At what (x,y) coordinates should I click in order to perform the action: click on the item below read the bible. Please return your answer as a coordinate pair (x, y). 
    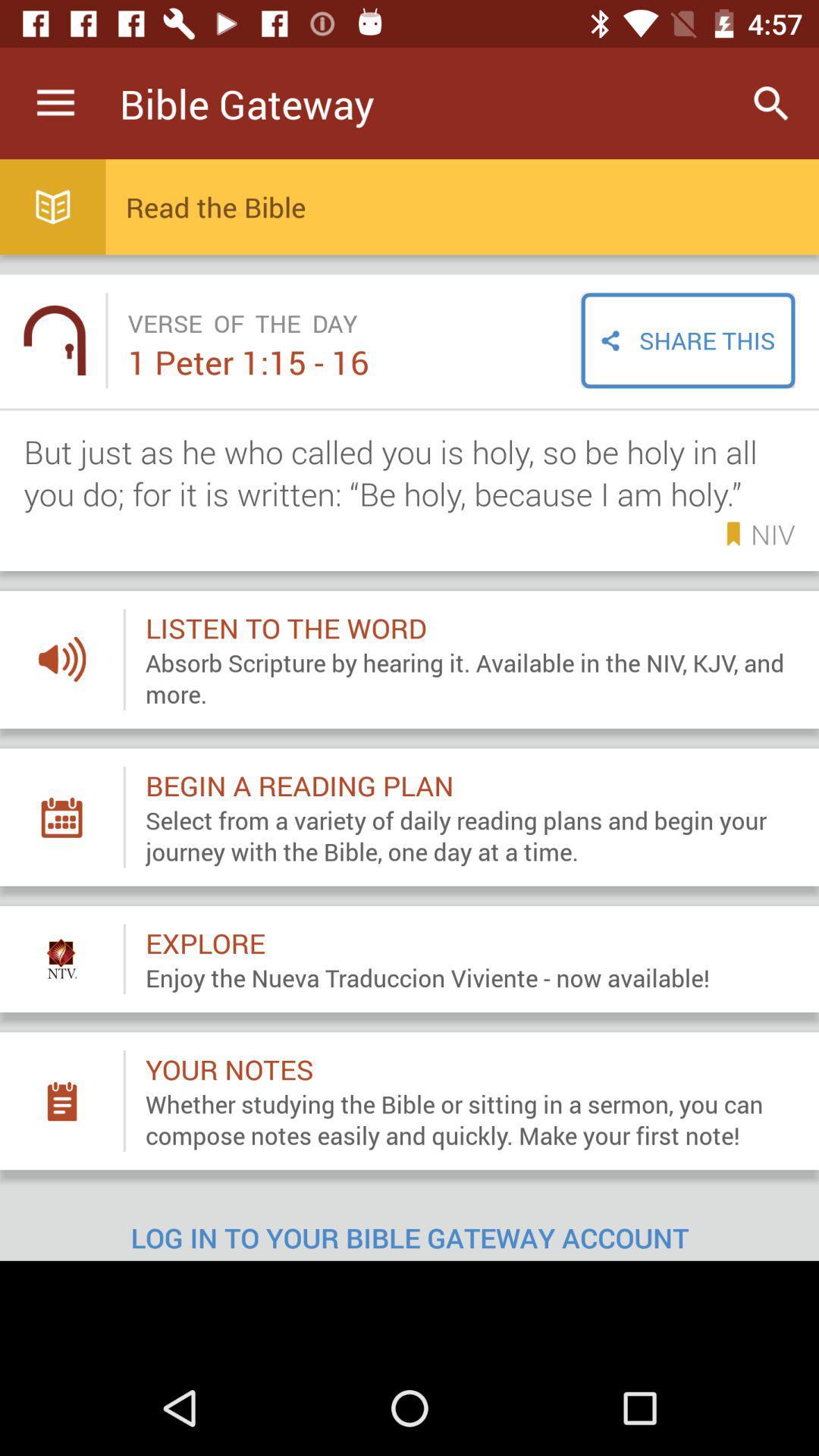
    Looking at the image, I should click on (688, 340).